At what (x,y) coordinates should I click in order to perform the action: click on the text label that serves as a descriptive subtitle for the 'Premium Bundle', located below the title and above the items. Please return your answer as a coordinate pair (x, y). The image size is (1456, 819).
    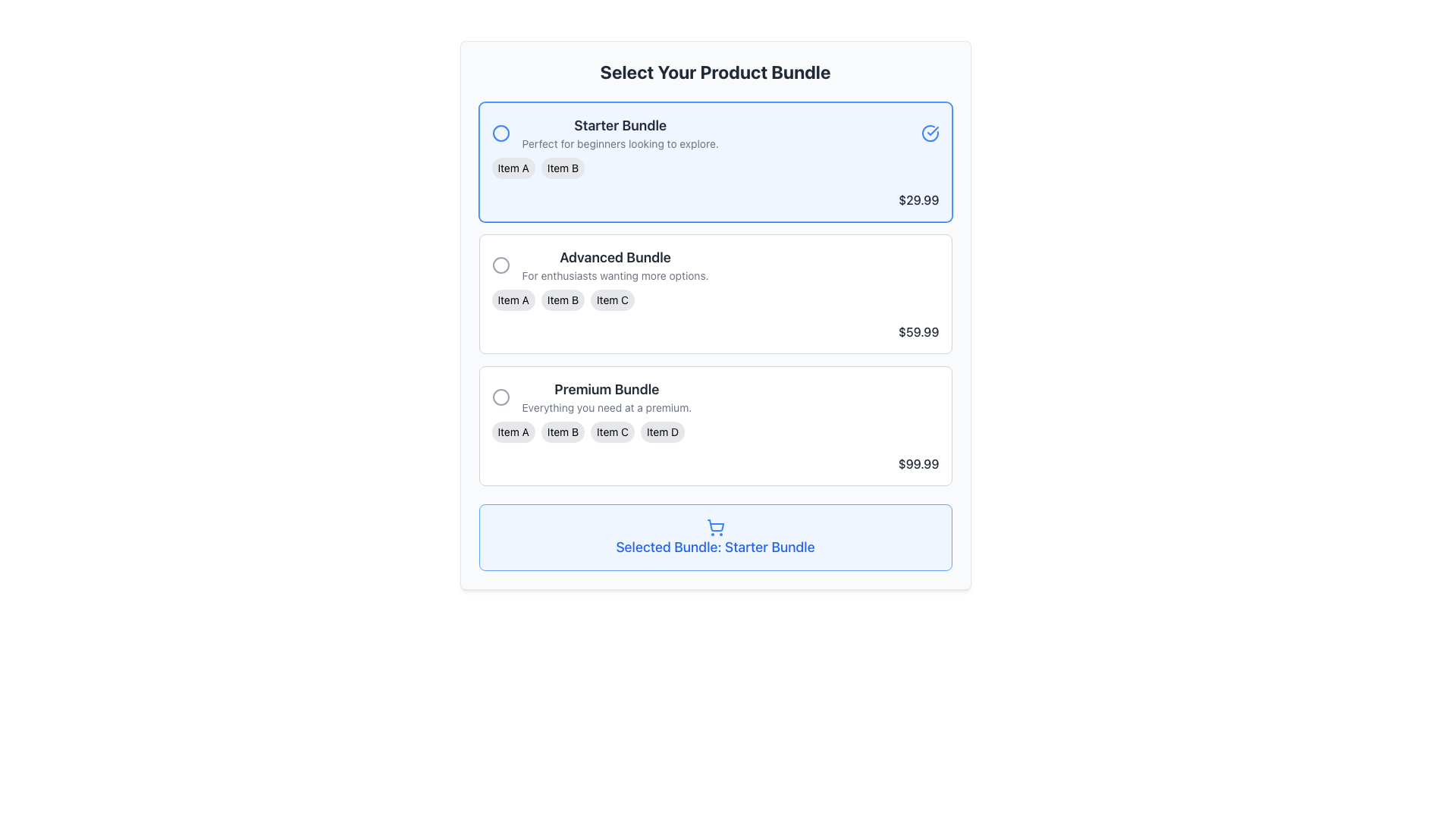
    Looking at the image, I should click on (607, 406).